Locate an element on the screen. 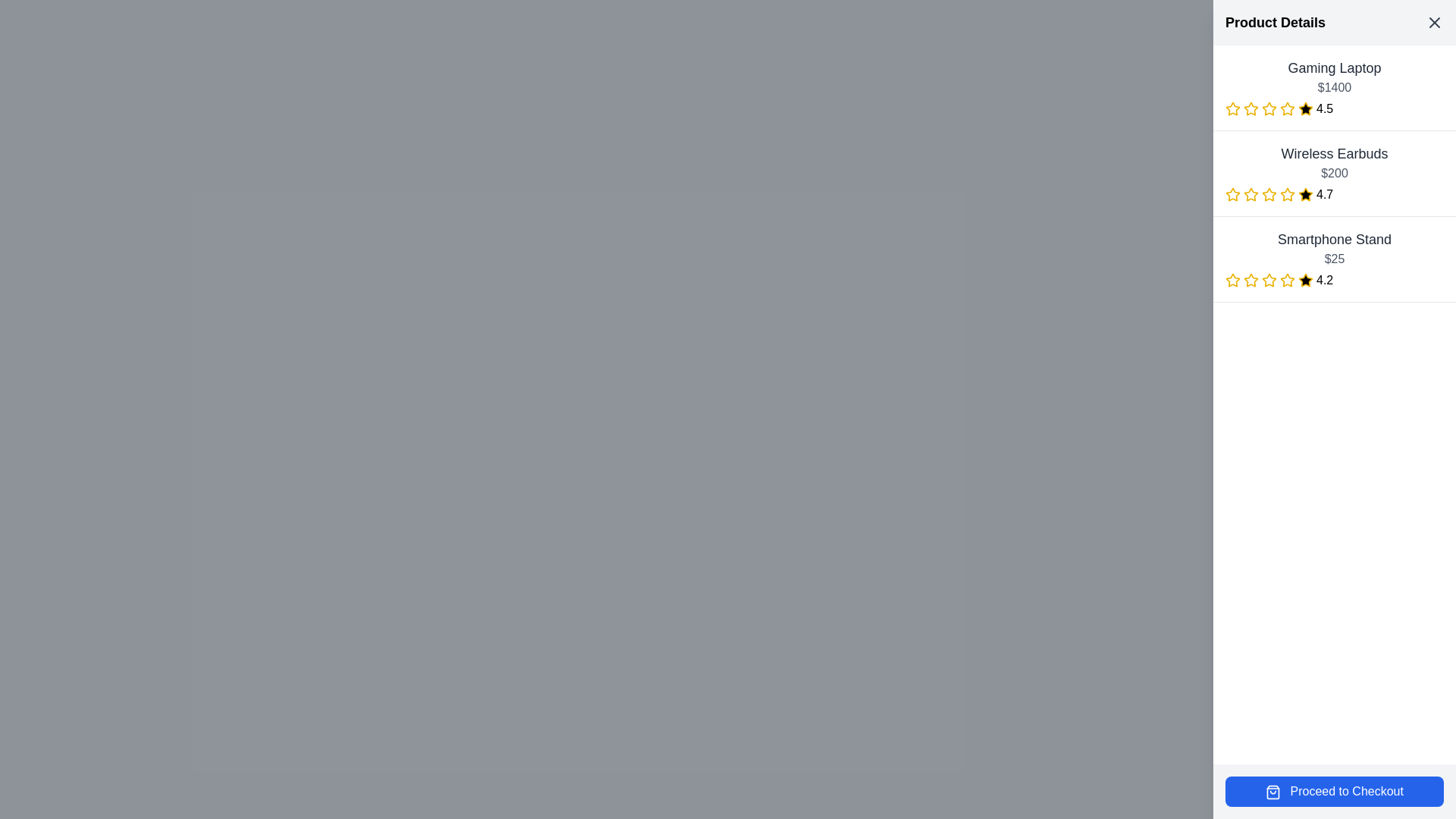  the close button (X symbol) located in the upper-right corner of the sidebar titled 'Product Details' is located at coordinates (1433, 23).